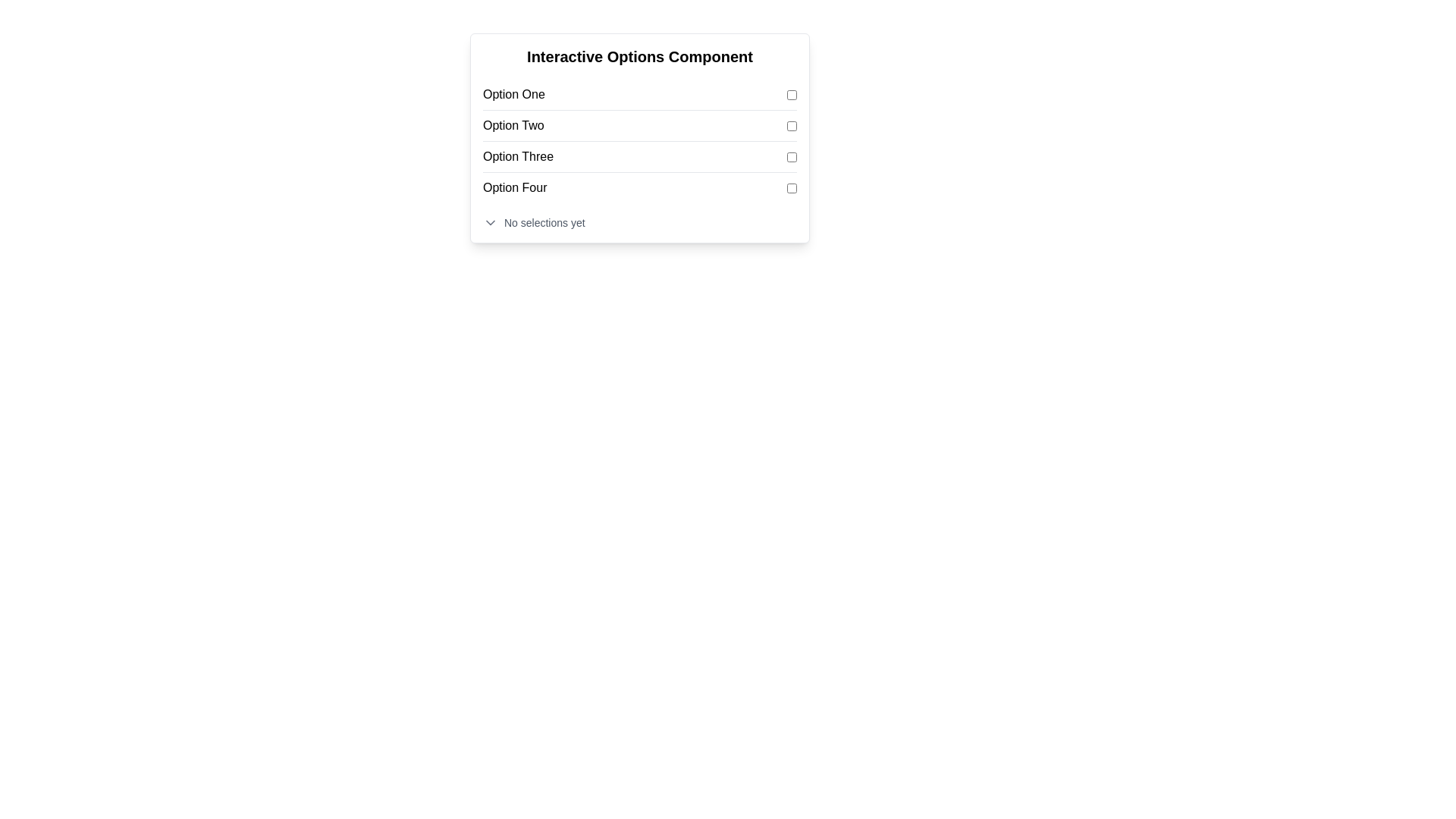  What do you see at coordinates (640, 138) in the screenshot?
I see `the checkbox labeled 'Option Two' in the 'Interactive Options Component'` at bounding box center [640, 138].